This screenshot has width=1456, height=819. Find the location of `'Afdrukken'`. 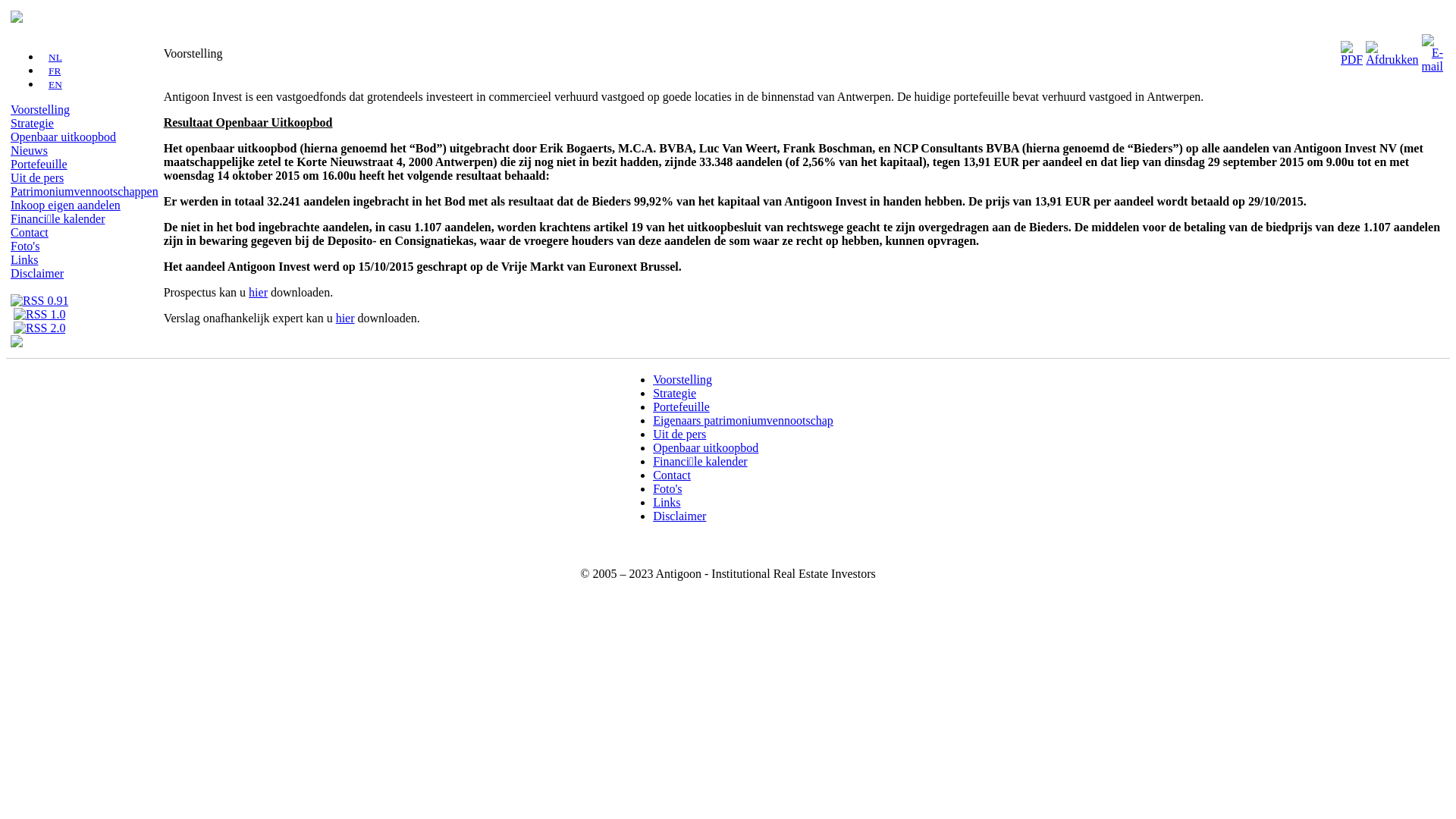

'Afdrukken' is located at coordinates (1392, 49).